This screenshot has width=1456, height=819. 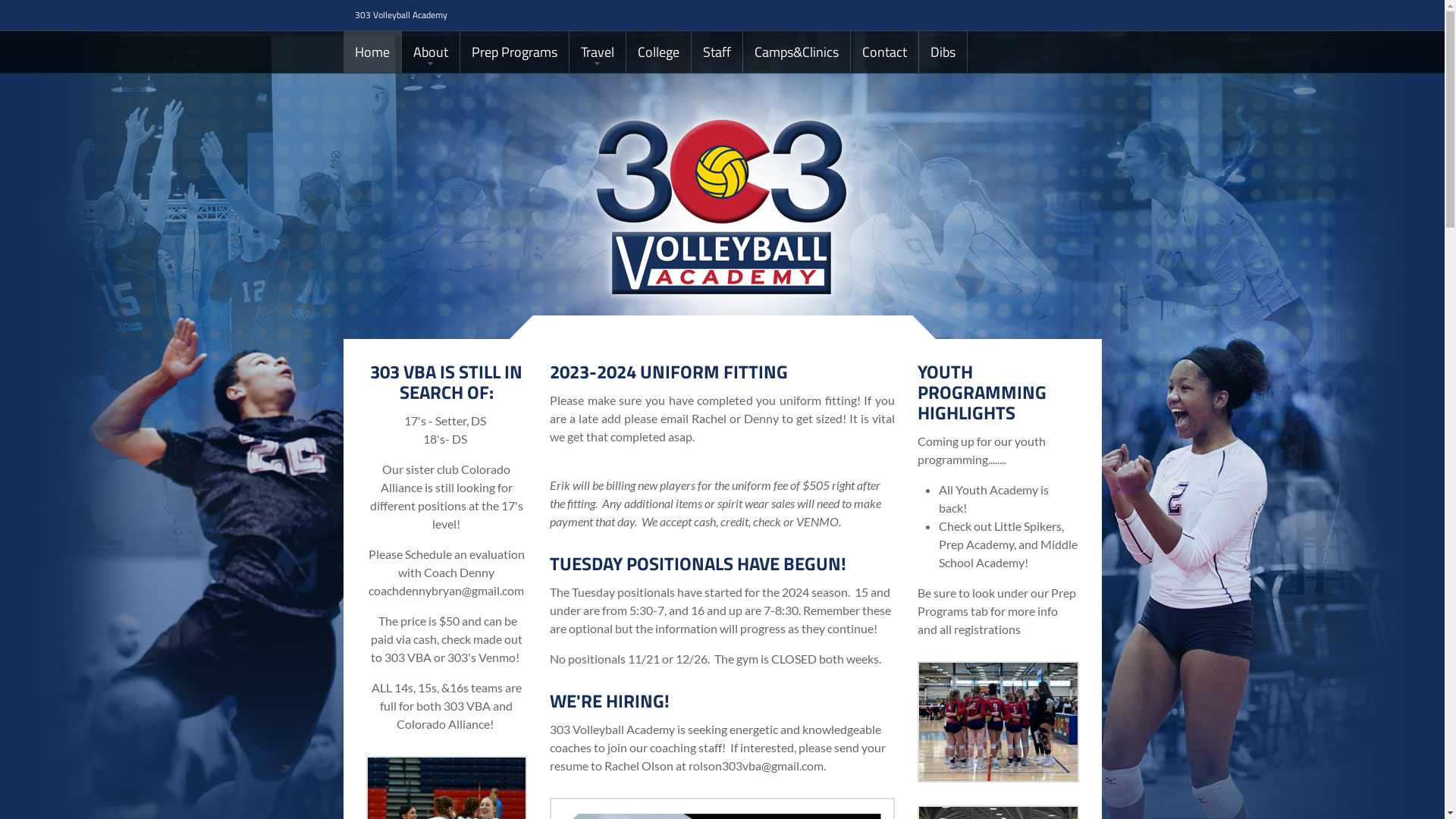 I want to click on 'About', so click(x=429, y=51).